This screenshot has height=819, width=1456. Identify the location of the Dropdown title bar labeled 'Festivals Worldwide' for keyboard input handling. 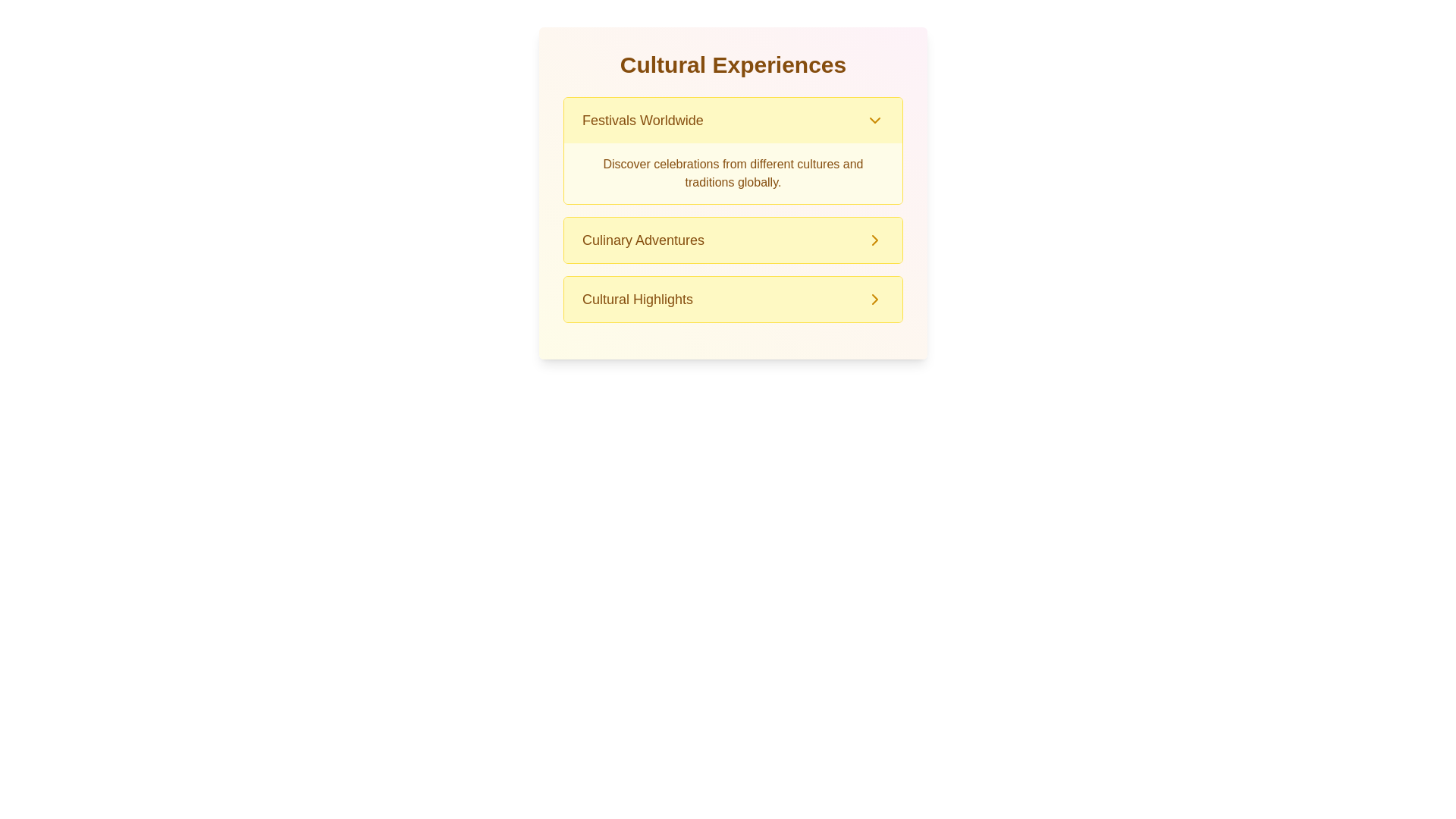
(733, 119).